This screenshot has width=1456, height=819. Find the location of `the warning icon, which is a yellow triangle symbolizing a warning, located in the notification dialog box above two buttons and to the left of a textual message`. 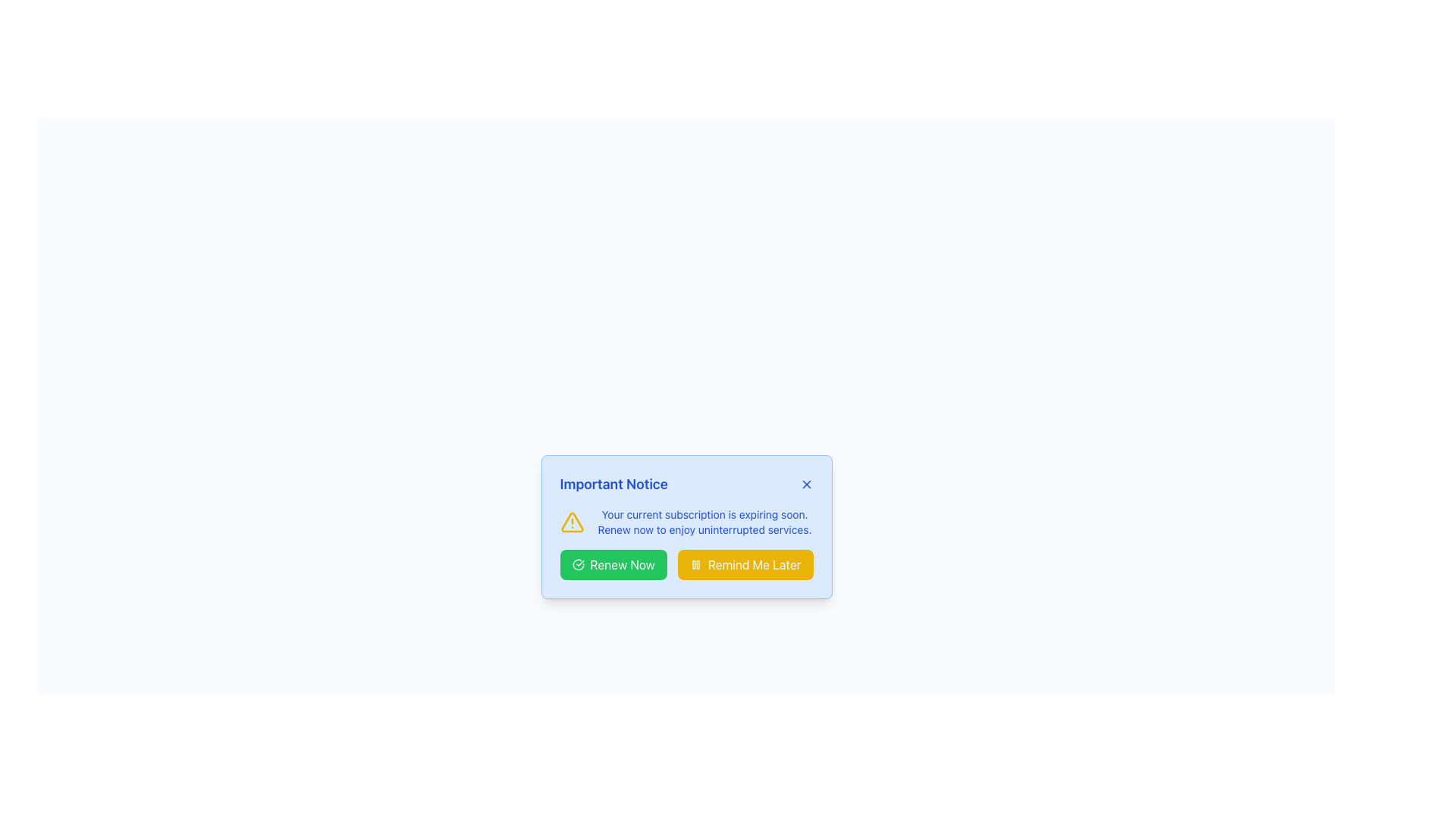

the warning icon, which is a yellow triangle symbolizing a warning, located in the notification dialog box above two buttons and to the left of a textual message is located at coordinates (571, 522).